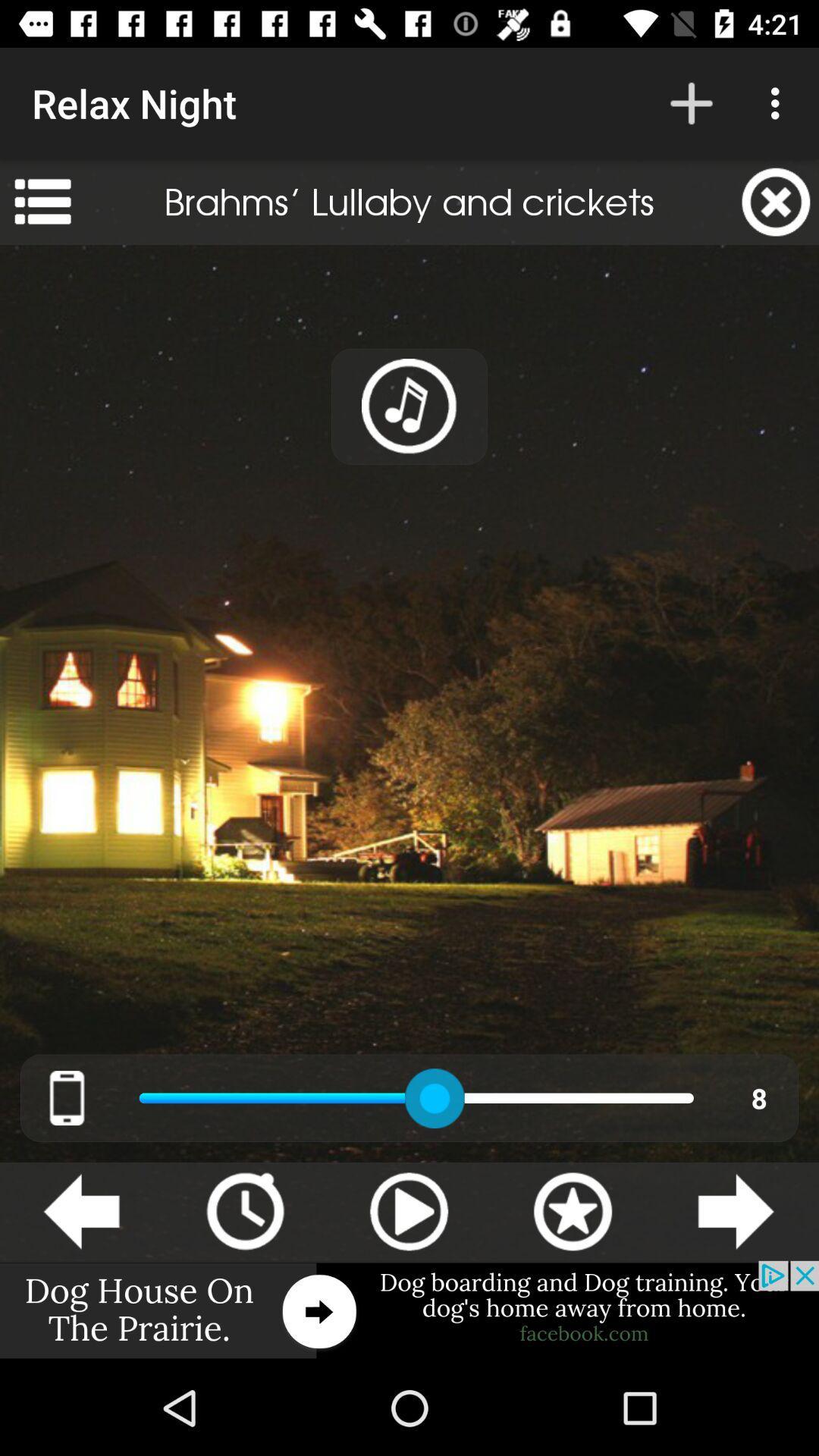  What do you see at coordinates (691, 102) in the screenshot?
I see `the app to the right of the relax night` at bounding box center [691, 102].